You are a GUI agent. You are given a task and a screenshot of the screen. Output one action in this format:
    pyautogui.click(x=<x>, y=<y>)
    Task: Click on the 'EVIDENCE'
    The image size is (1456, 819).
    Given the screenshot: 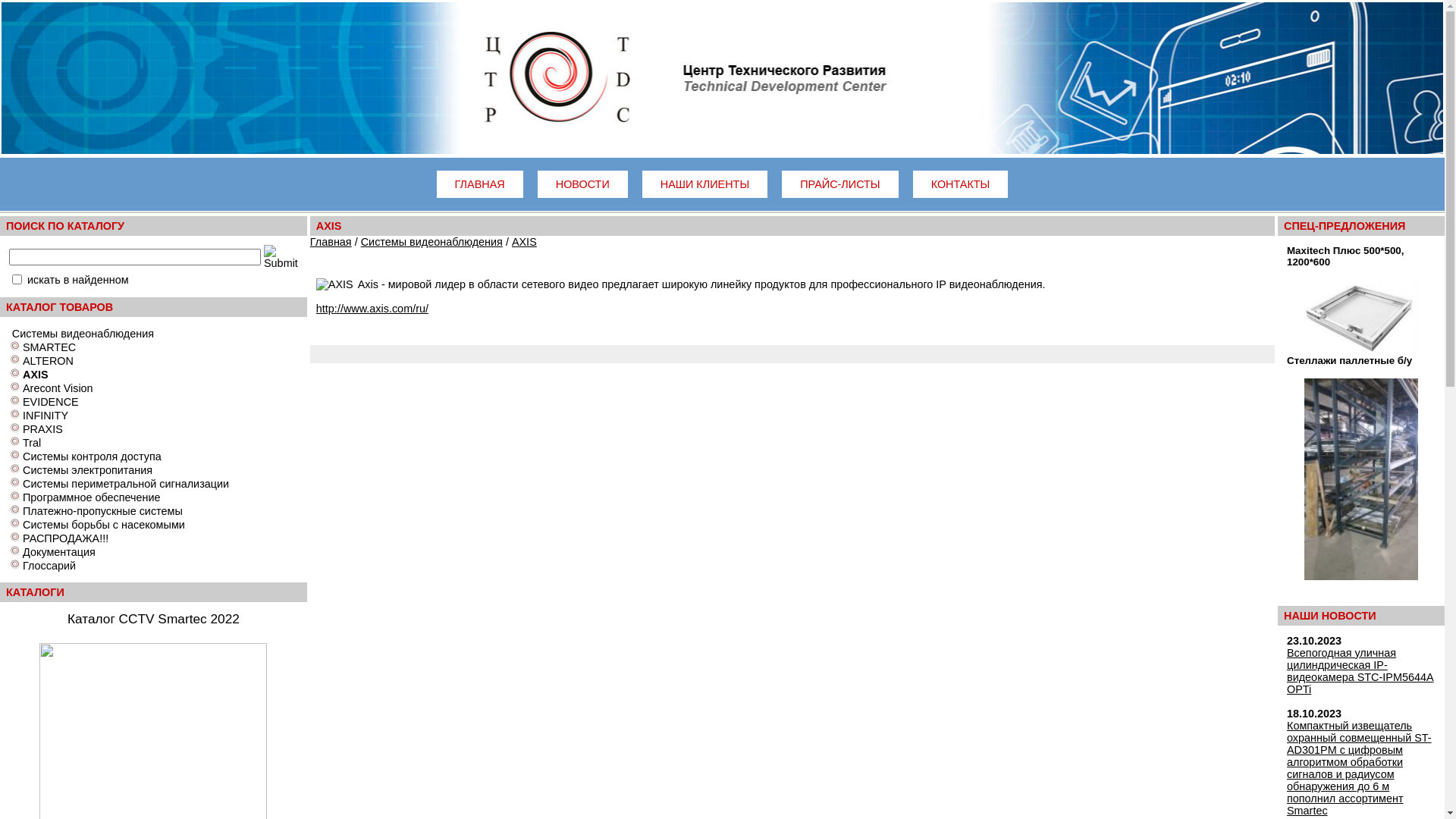 What is the action you would take?
    pyautogui.click(x=22, y=400)
    